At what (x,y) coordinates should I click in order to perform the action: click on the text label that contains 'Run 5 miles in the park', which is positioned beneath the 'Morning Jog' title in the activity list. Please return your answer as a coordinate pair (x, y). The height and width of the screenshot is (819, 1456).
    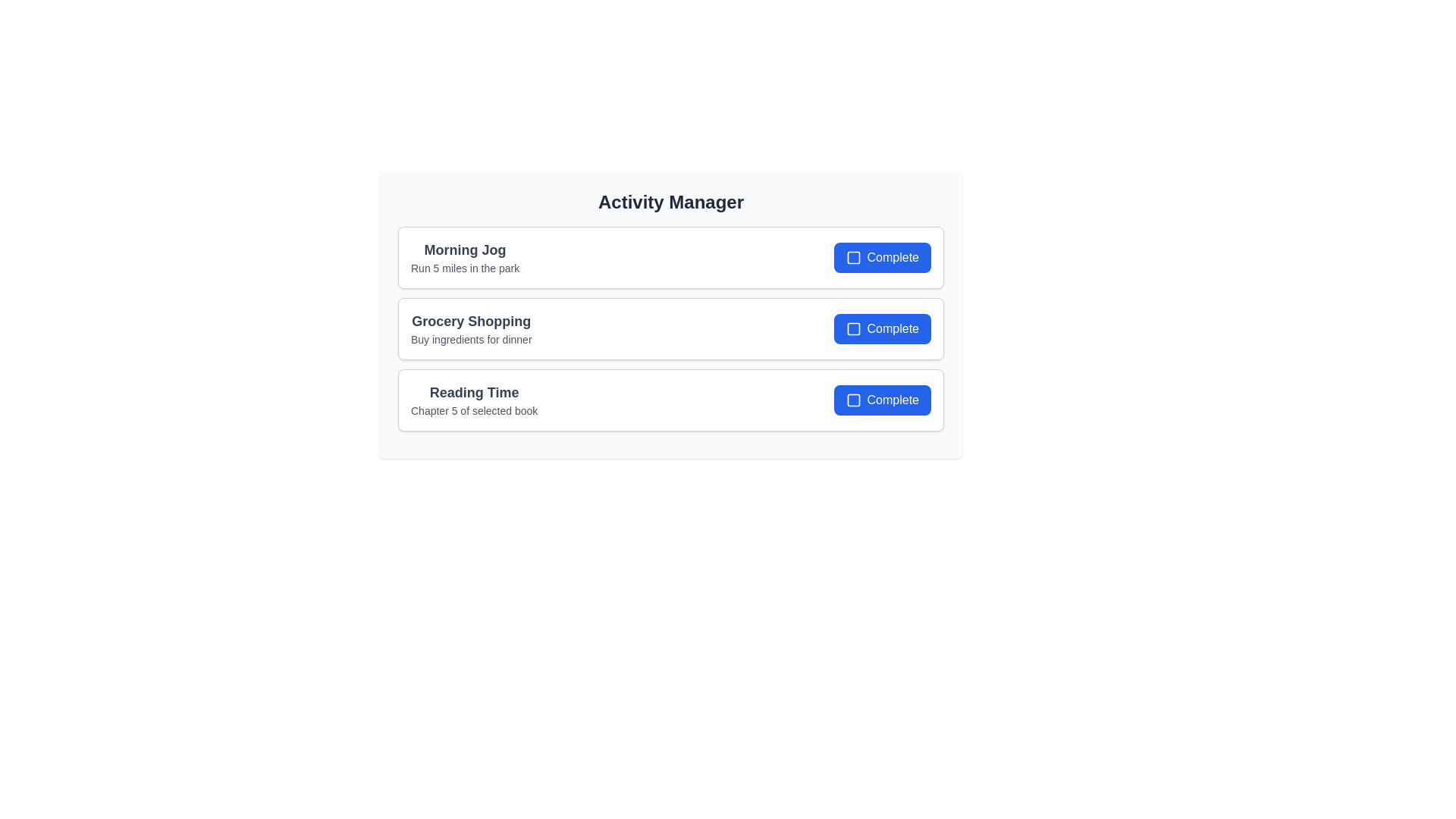
    Looking at the image, I should click on (464, 268).